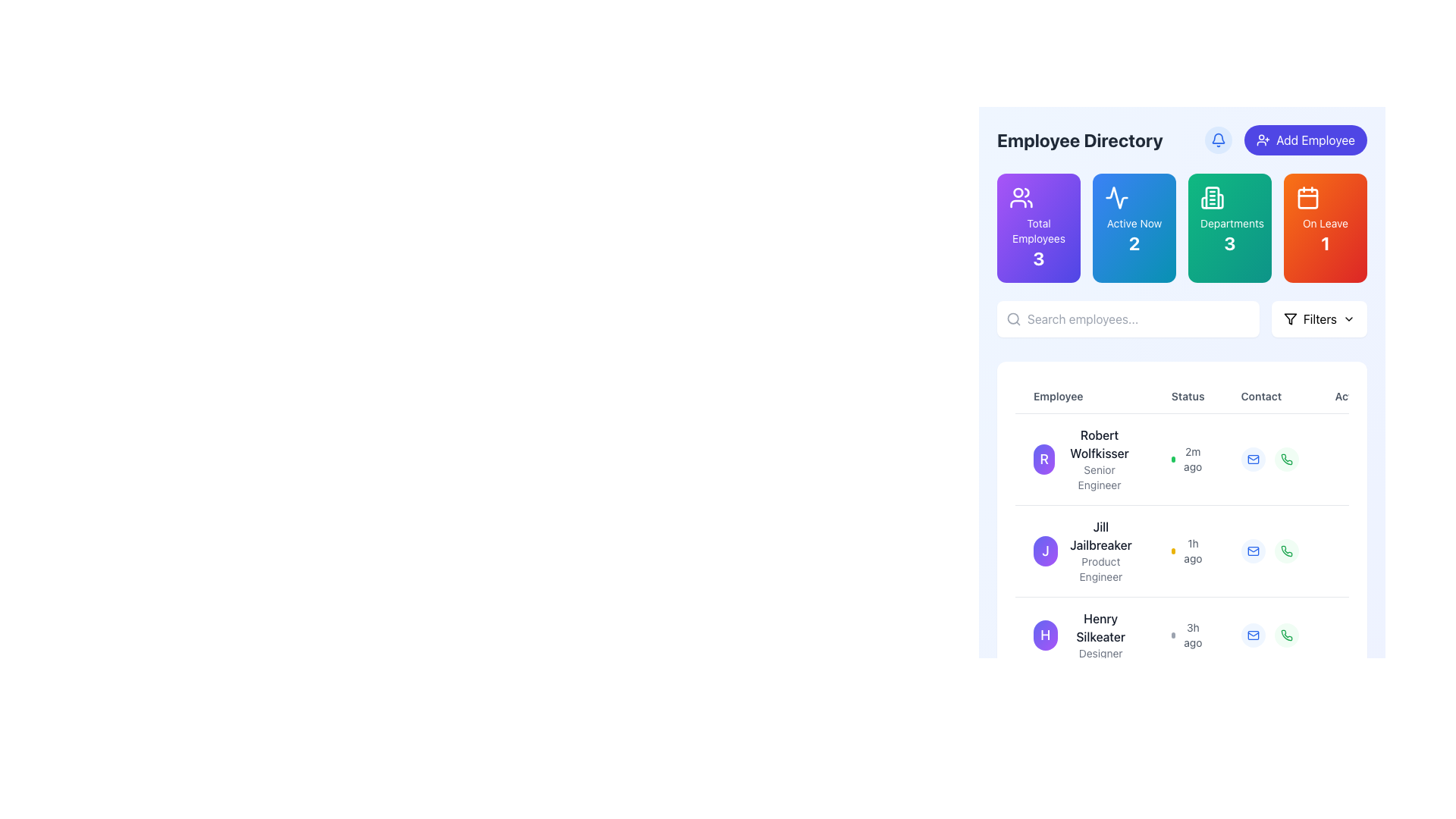  What do you see at coordinates (1285, 635) in the screenshot?
I see `the circular green button with a phone icon located at the rightmost of the 'Contact' column for the user 'Henry Silkeater'` at bounding box center [1285, 635].